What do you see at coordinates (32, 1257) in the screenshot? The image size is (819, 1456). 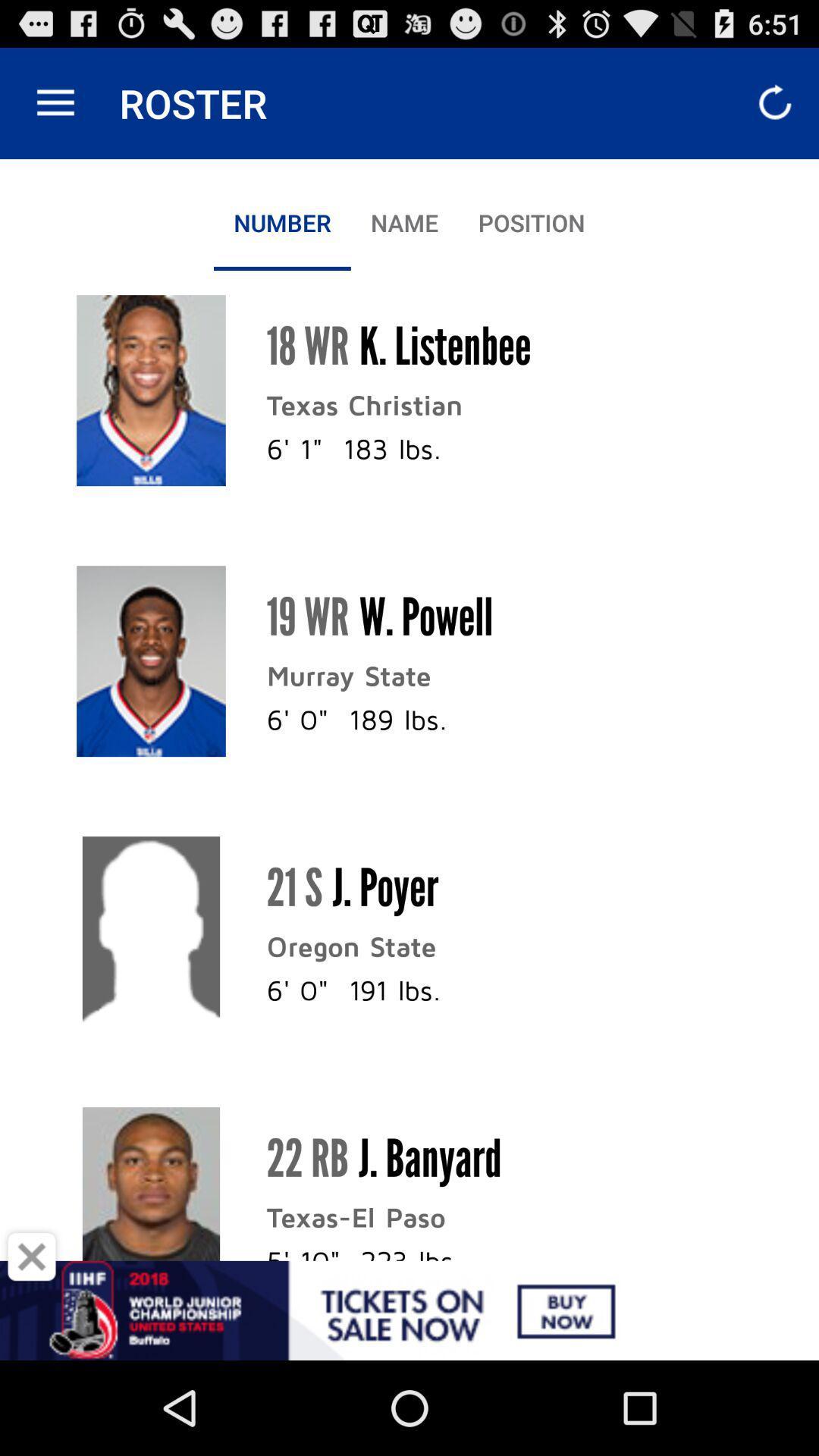 I see `advertisement` at bounding box center [32, 1257].